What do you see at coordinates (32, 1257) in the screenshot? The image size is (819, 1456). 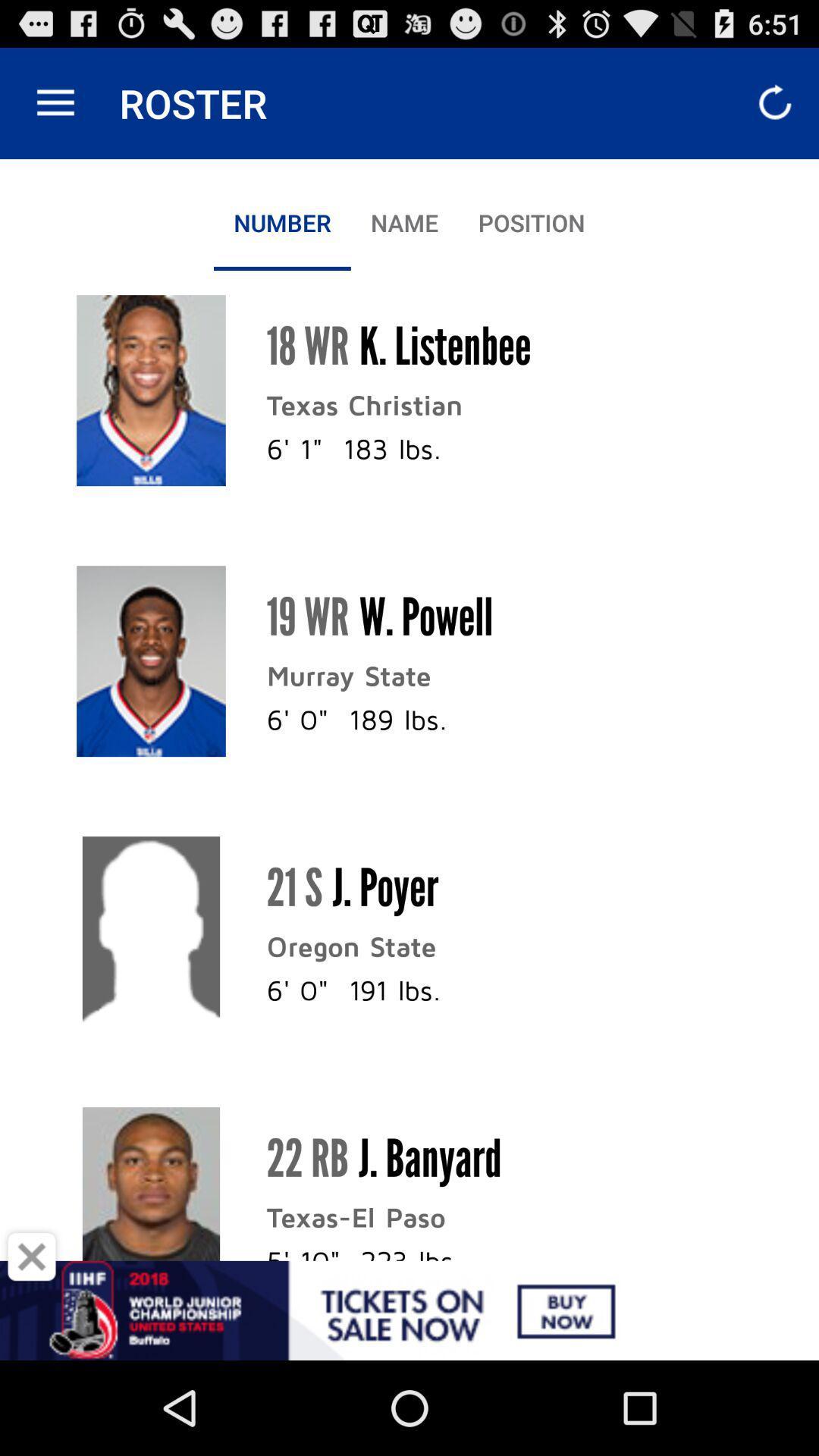 I see `advertisement` at bounding box center [32, 1257].